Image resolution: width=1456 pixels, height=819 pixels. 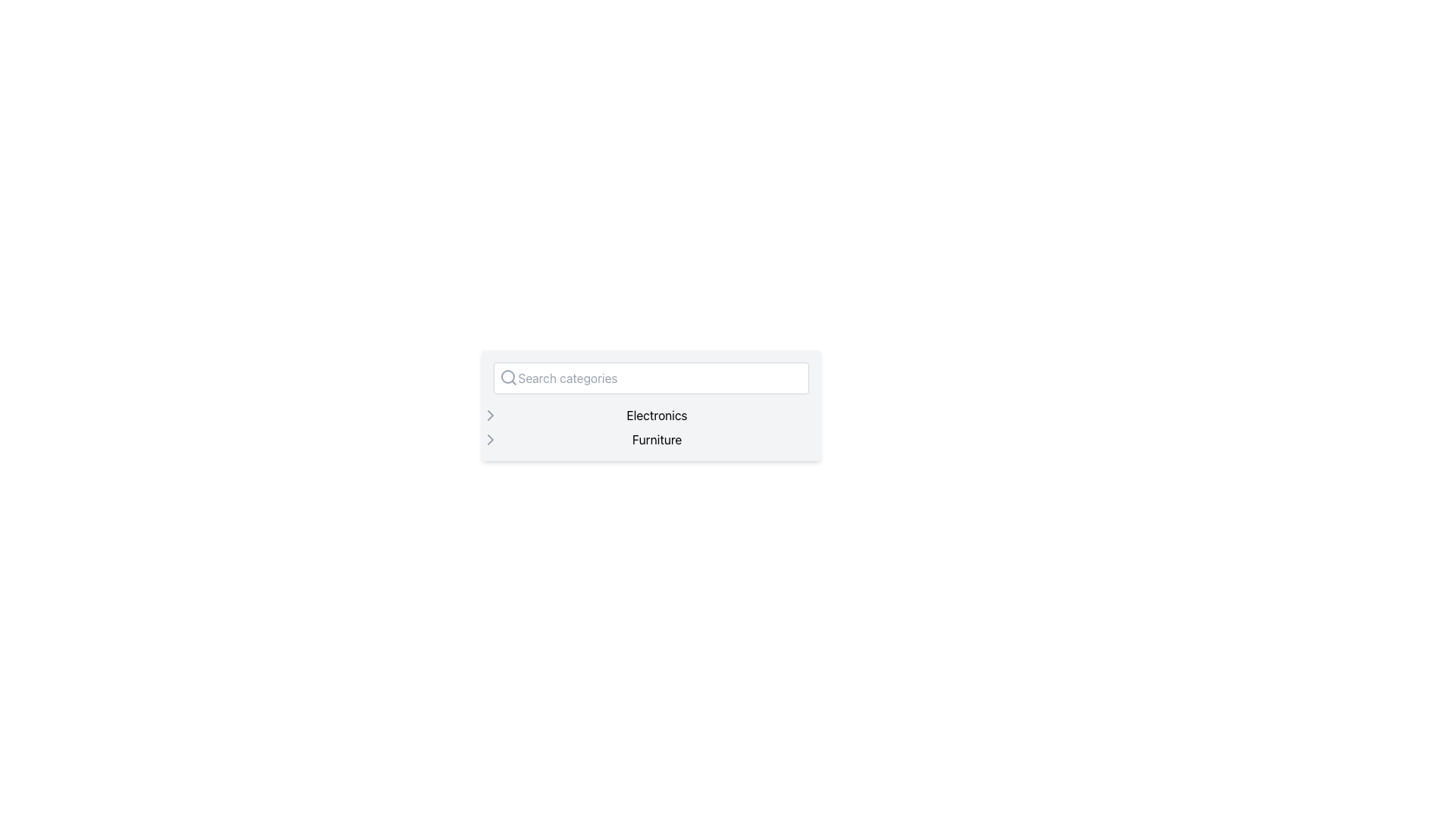 I want to click on the magnifying glass icon, which is styled in gray and positioned to the left of the search input field labeled 'Search categories', so click(x=508, y=376).